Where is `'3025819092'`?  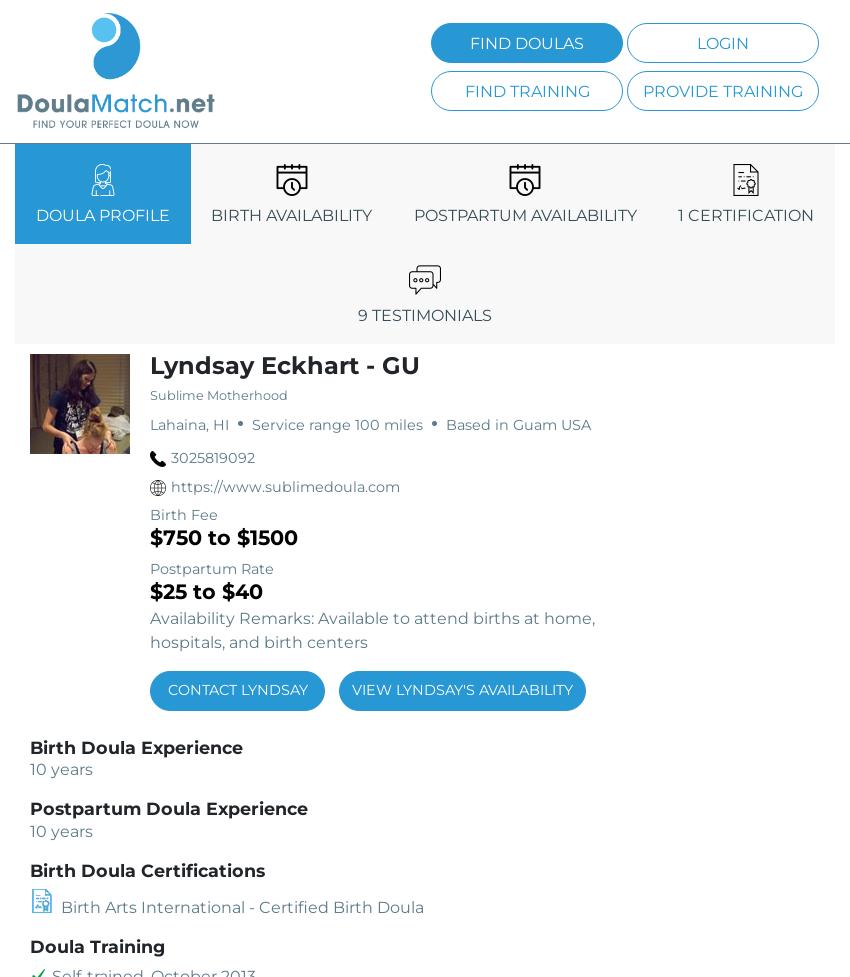
'3025819092' is located at coordinates (212, 458).